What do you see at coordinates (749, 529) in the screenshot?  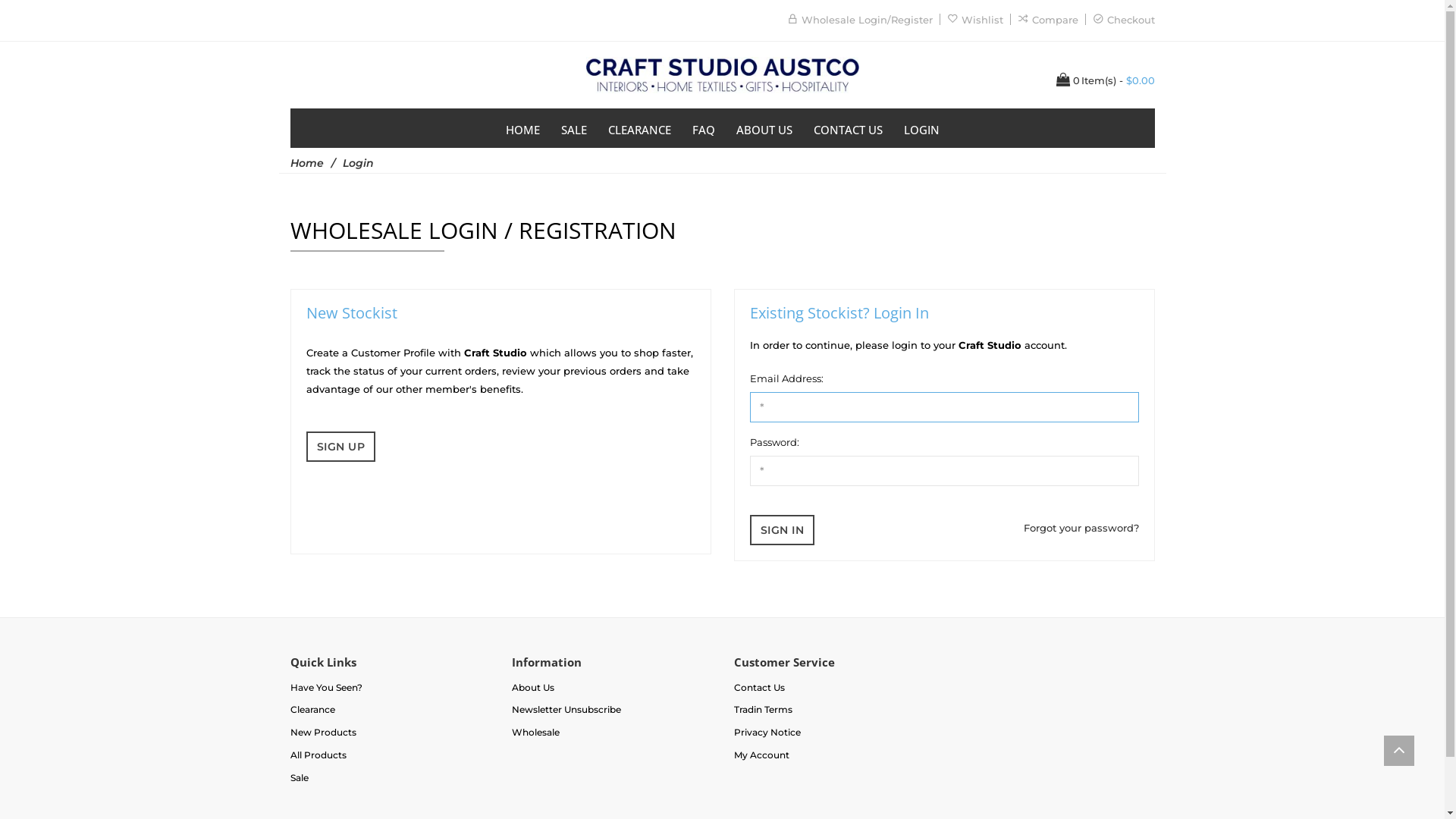 I see `'Sign In'` at bounding box center [749, 529].